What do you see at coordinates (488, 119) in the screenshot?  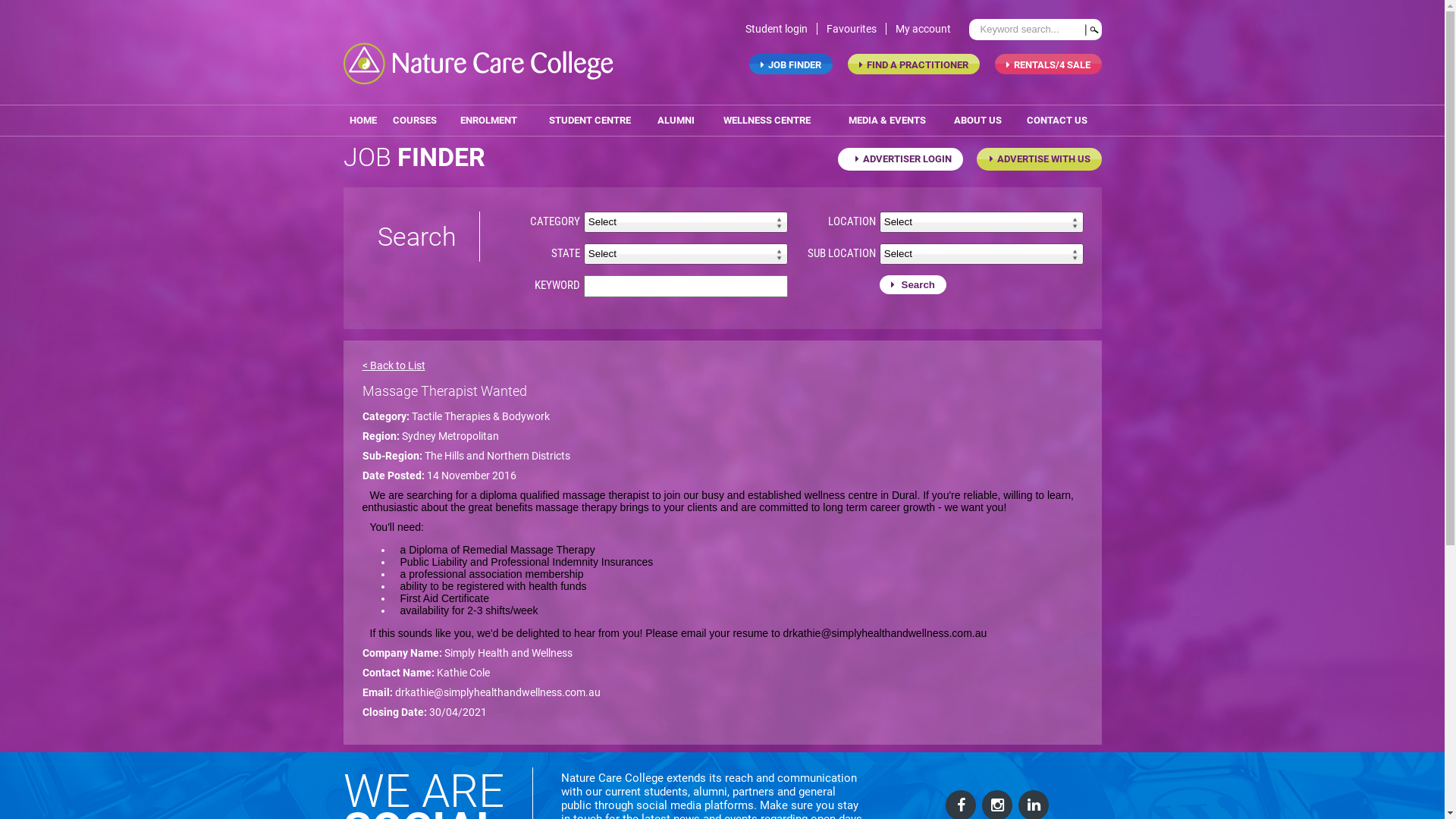 I see `'ENROLMENT'` at bounding box center [488, 119].